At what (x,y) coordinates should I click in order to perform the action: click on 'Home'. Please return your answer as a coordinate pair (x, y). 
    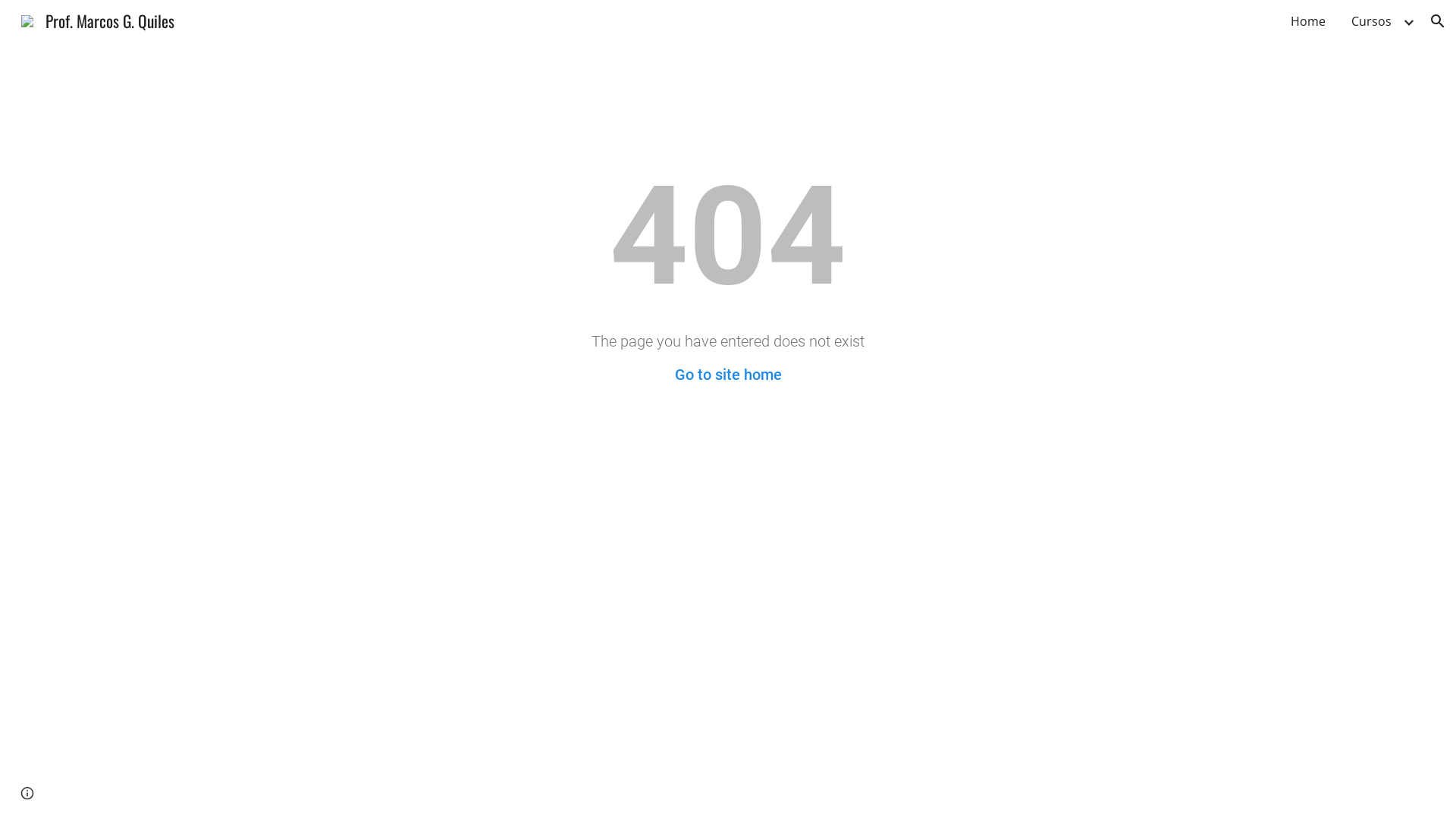
    Looking at the image, I should click on (1307, 20).